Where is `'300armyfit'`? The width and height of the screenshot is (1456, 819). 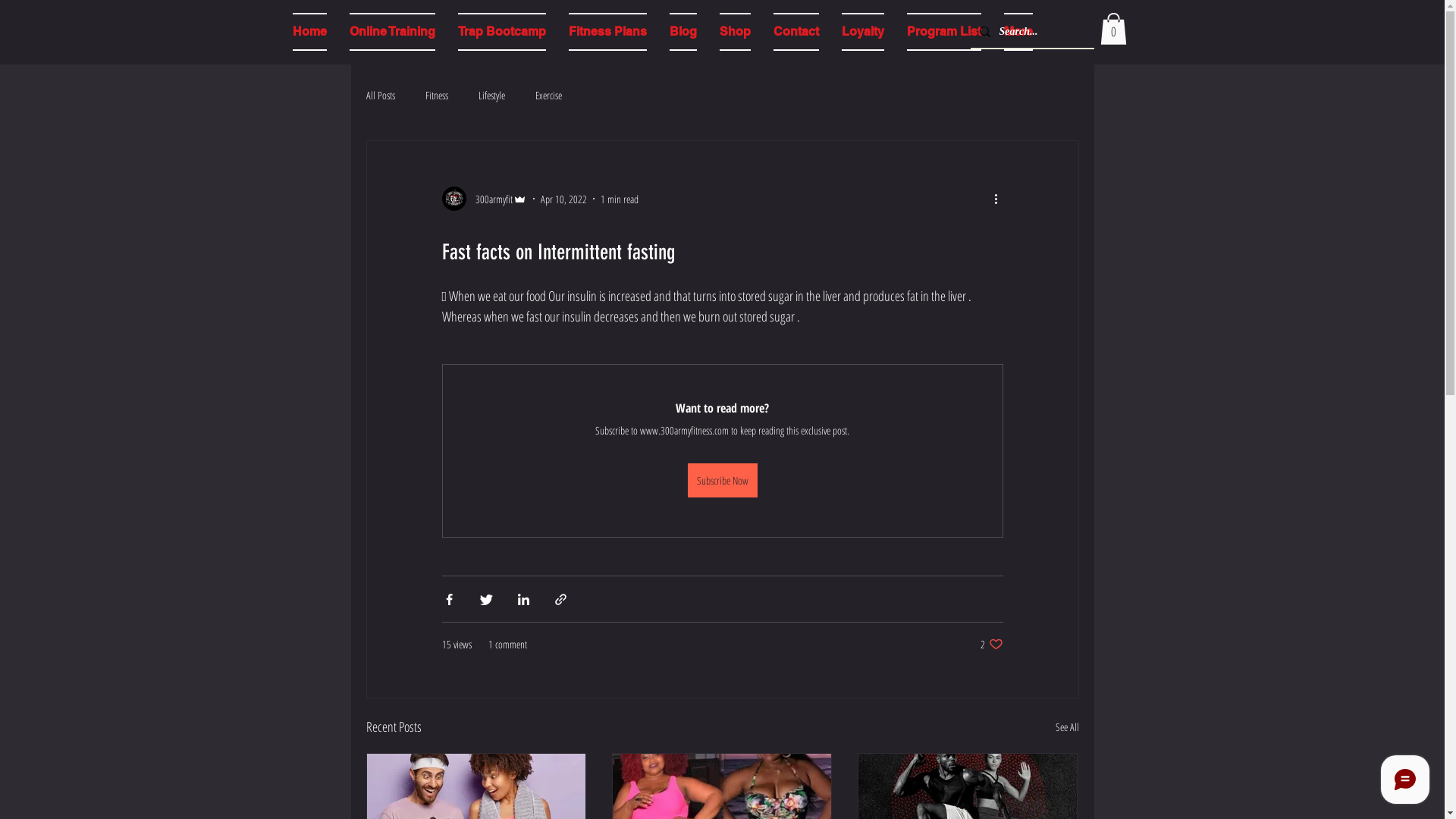
'300armyfit' is located at coordinates (483, 198).